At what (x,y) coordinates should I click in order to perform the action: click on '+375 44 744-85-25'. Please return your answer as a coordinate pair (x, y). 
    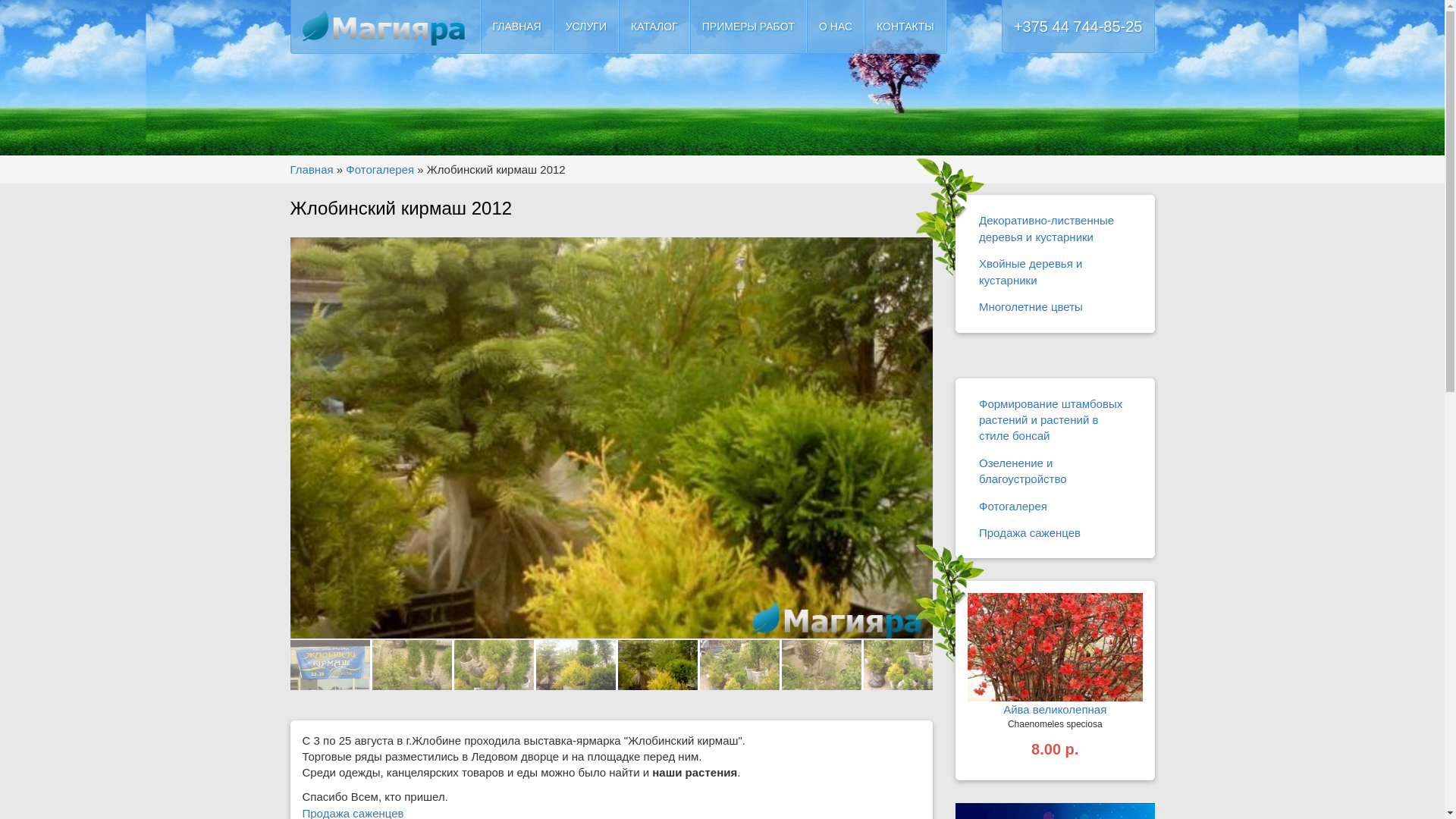
    Looking at the image, I should click on (1077, 26).